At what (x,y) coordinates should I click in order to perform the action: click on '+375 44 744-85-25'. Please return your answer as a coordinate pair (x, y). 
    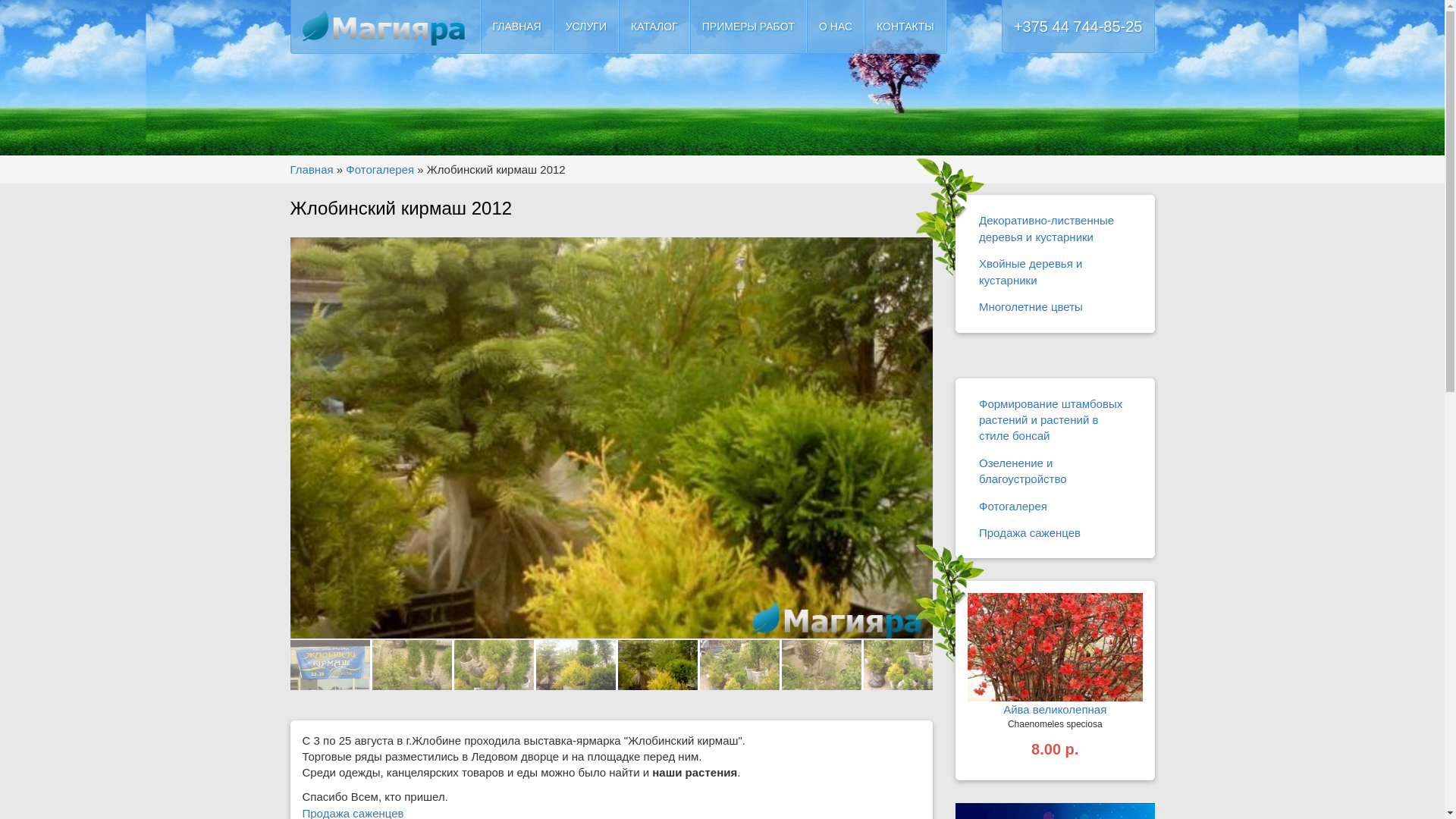
    Looking at the image, I should click on (1077, 26).